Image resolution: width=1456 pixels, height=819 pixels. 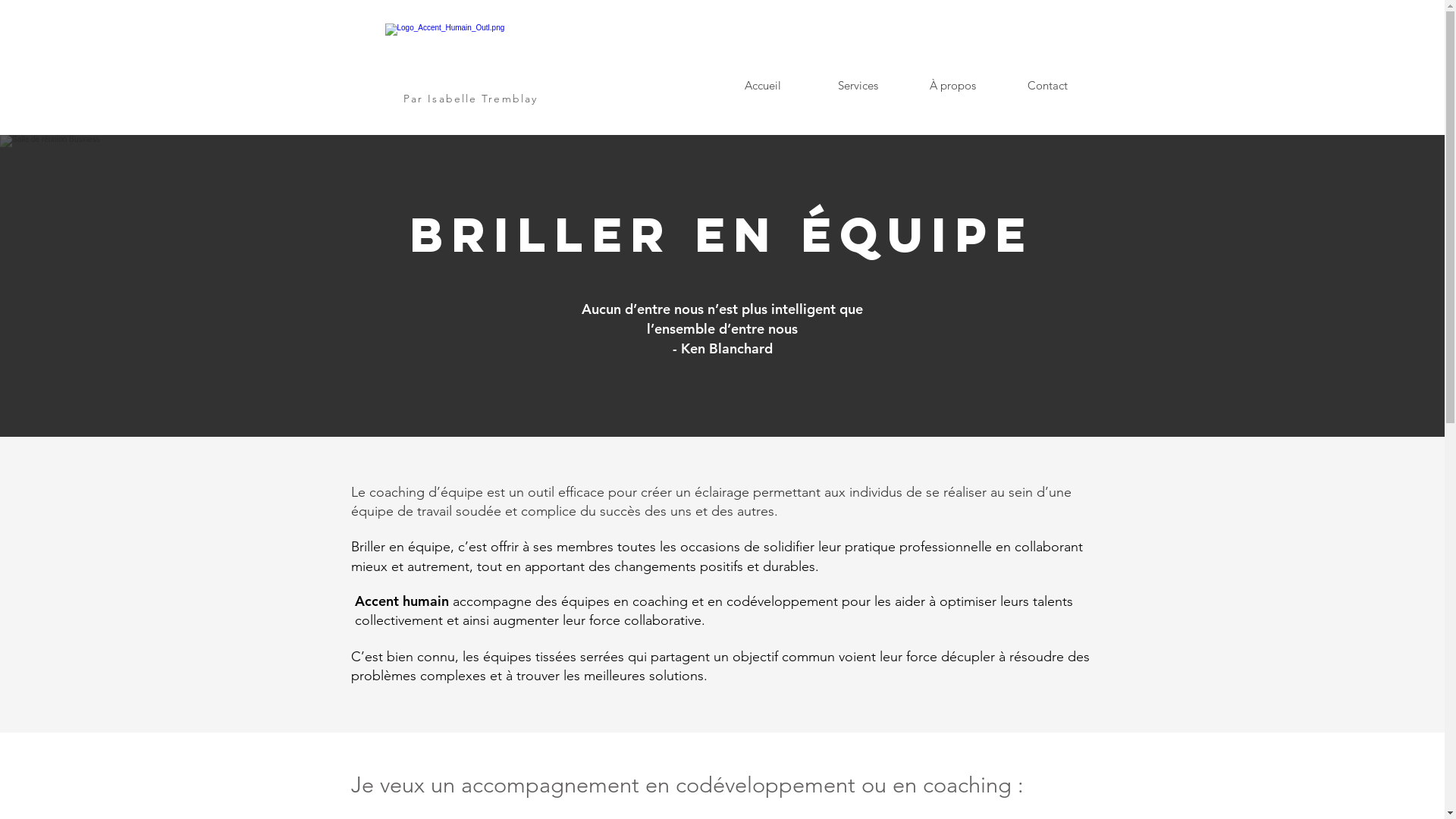 What do you see at coordinates (763, 85) in the screenshot?
I see `'Accueil'` at bounding box center [763, 85].